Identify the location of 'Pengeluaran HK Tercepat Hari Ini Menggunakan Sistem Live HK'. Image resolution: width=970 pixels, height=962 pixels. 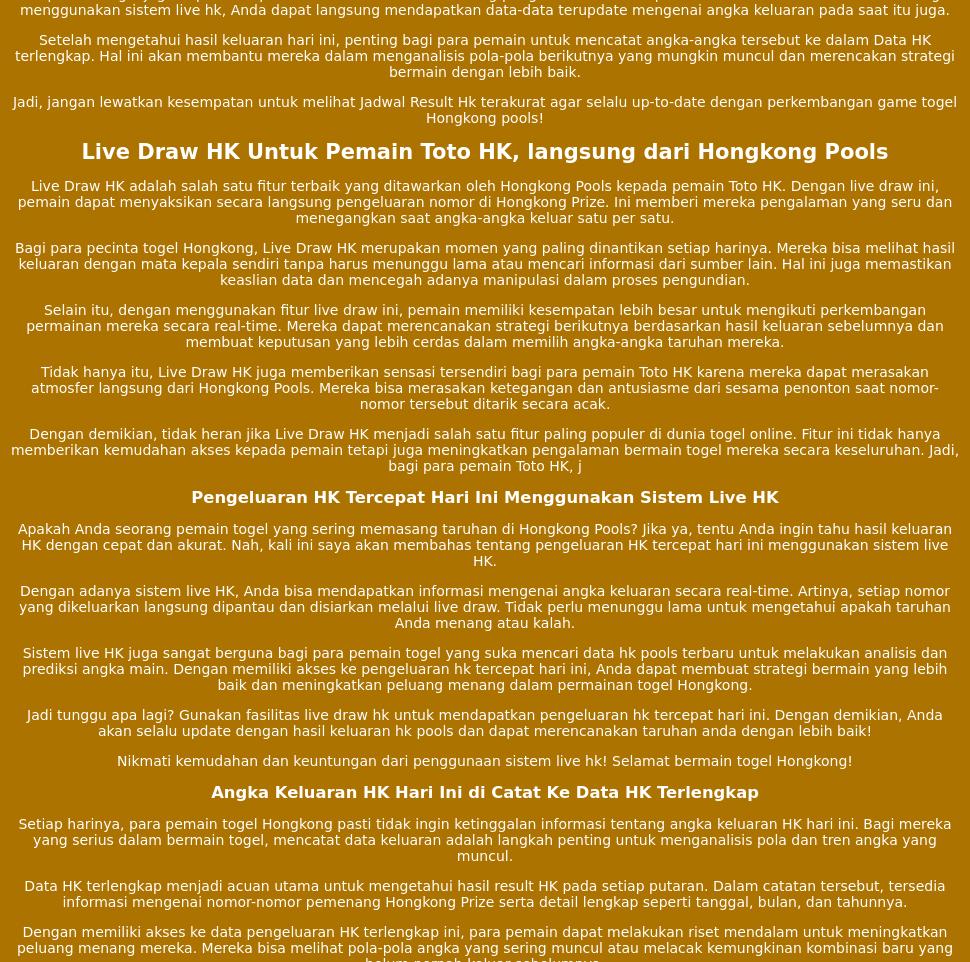
(483, 495).